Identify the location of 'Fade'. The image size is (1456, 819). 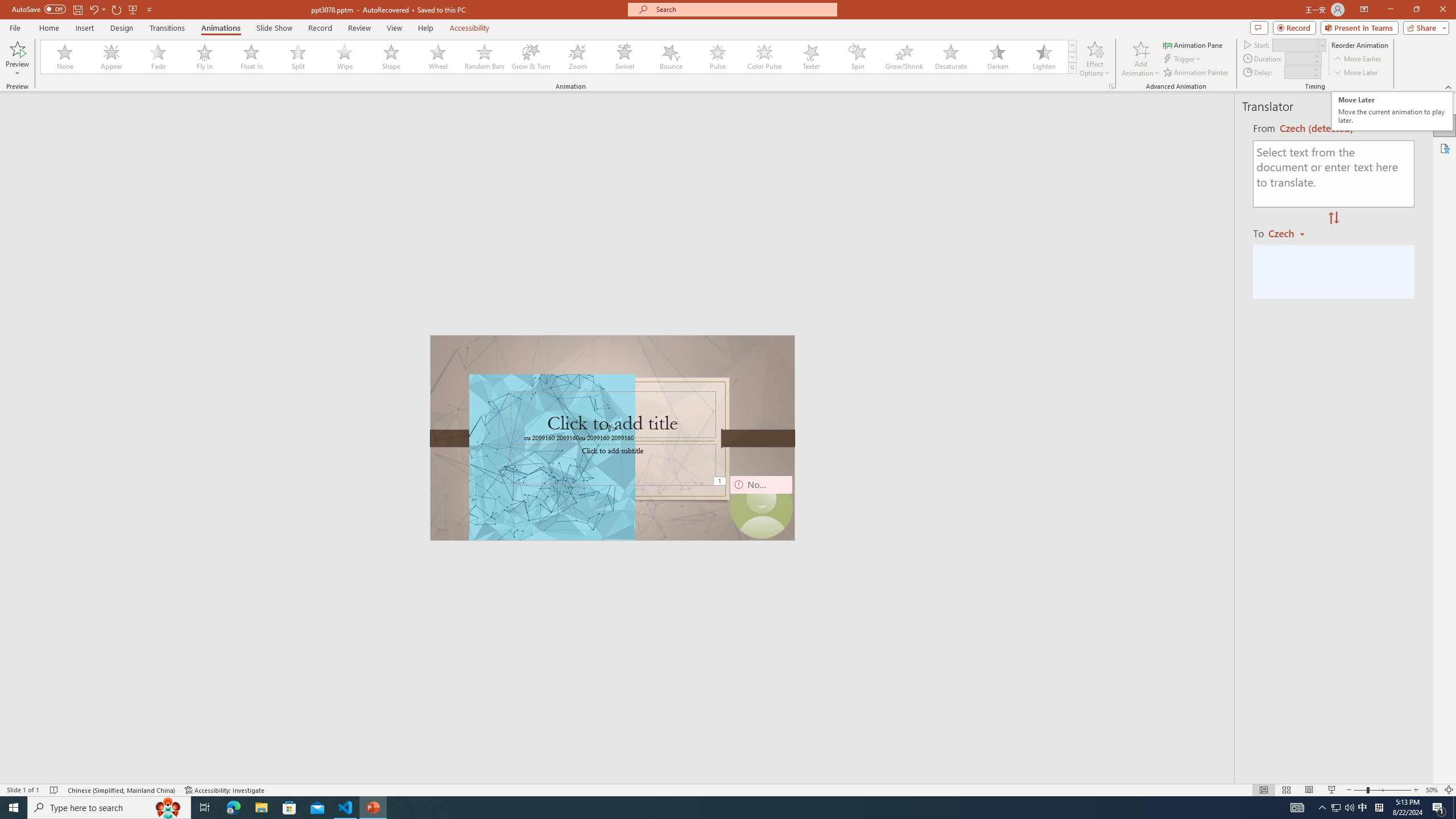
(158, 56).